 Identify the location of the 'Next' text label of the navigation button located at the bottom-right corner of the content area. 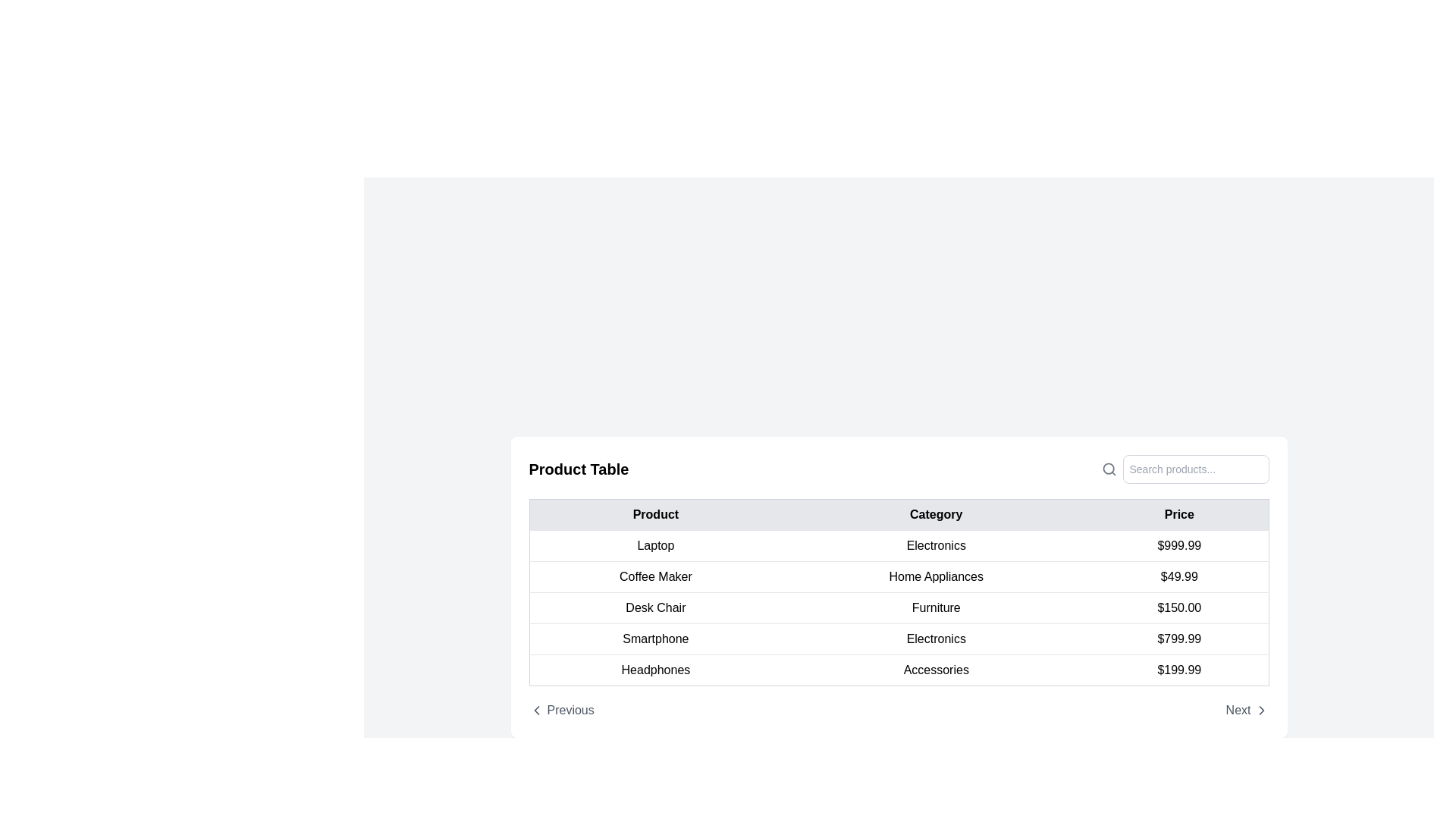
(1238, 710).